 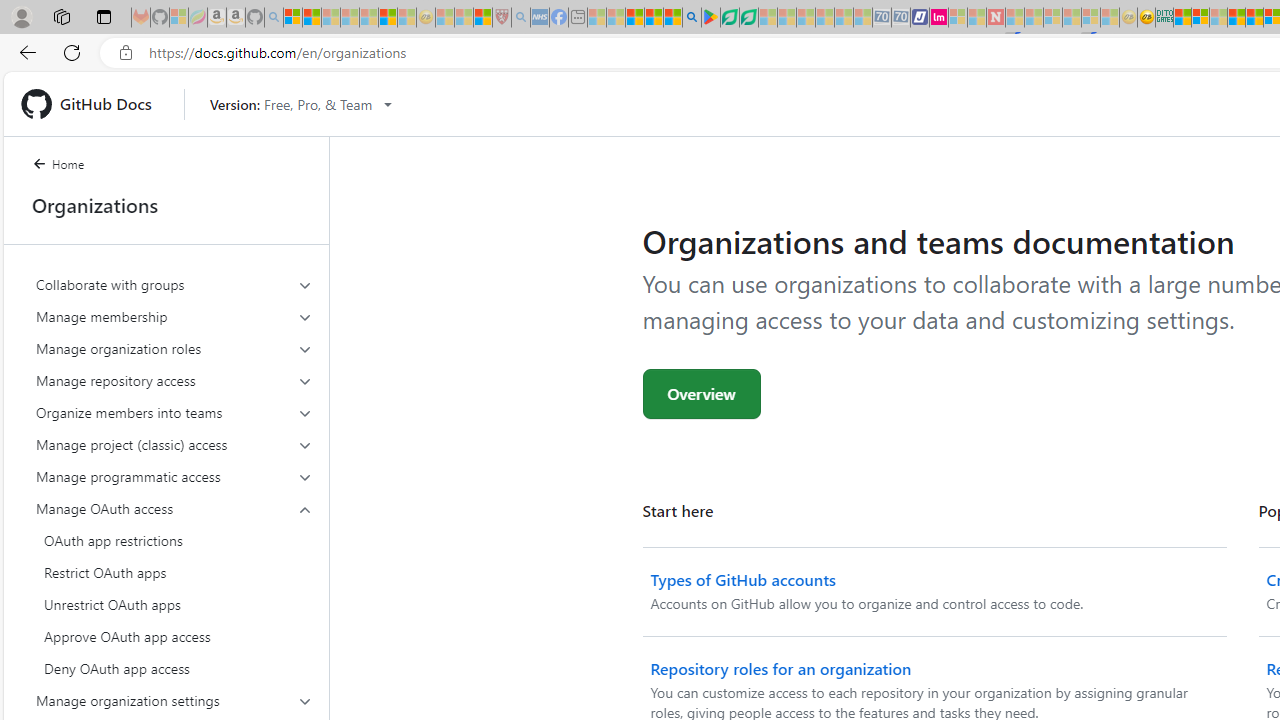 I want to click on 'Organize members into teams', so click(x=174, y=411).